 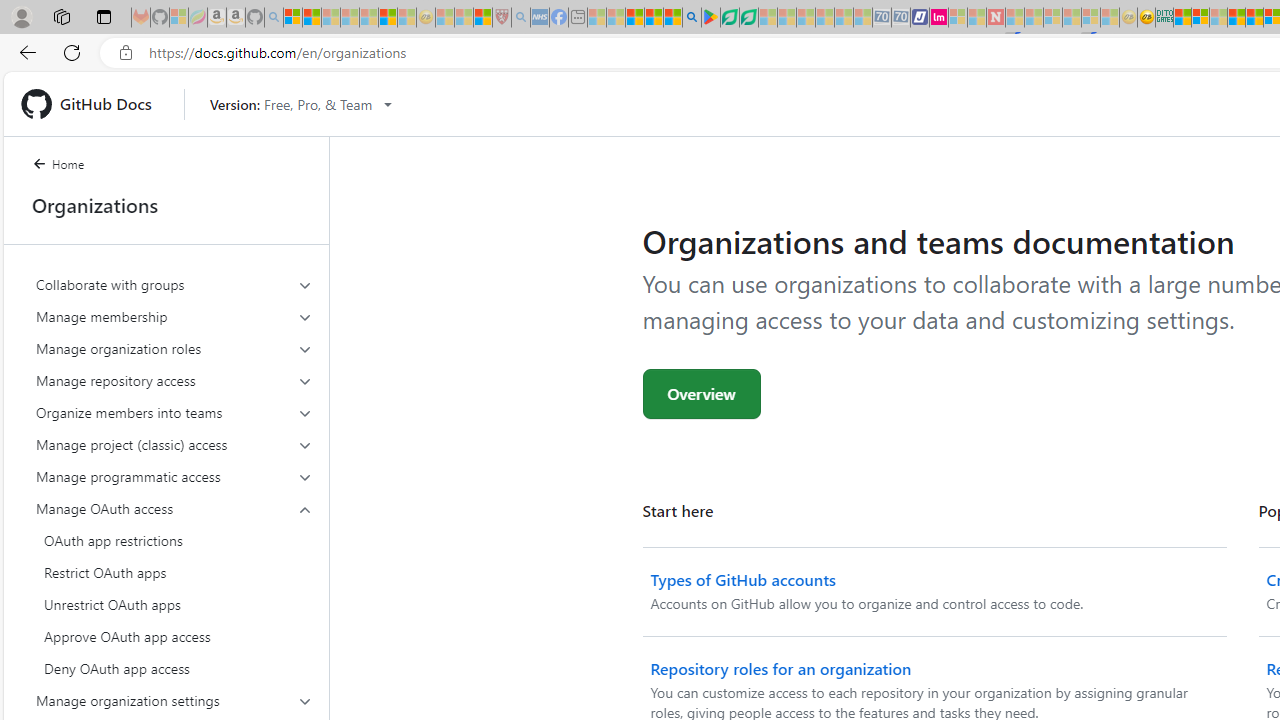 I want to click on 'Organize members into teams', so click(x=174, y=411).